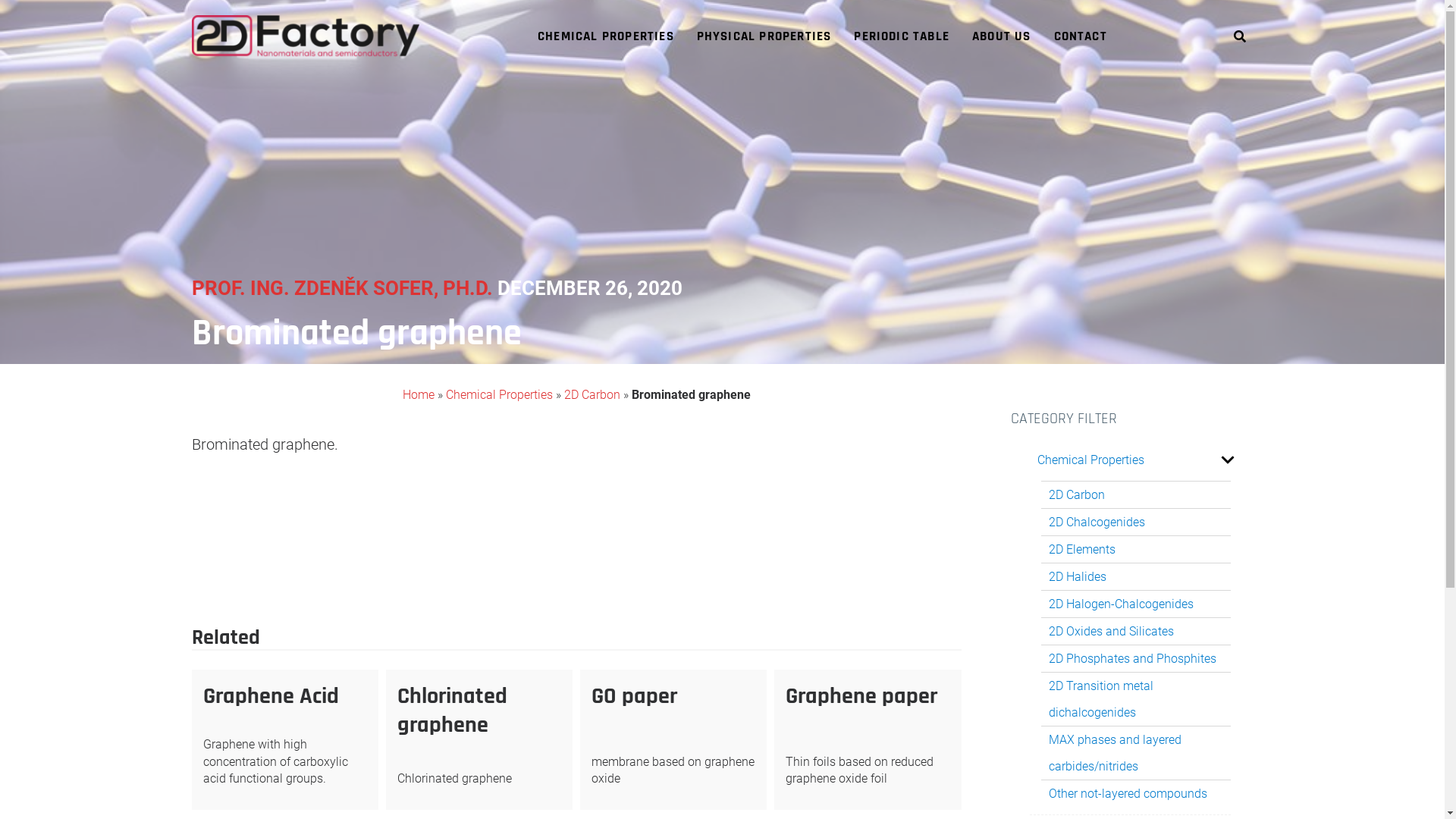 This screenshot has width=1456, height=819. Describe the element at coordinates (397, 515) in the screenshot. I see `'239 posts'` at that location.